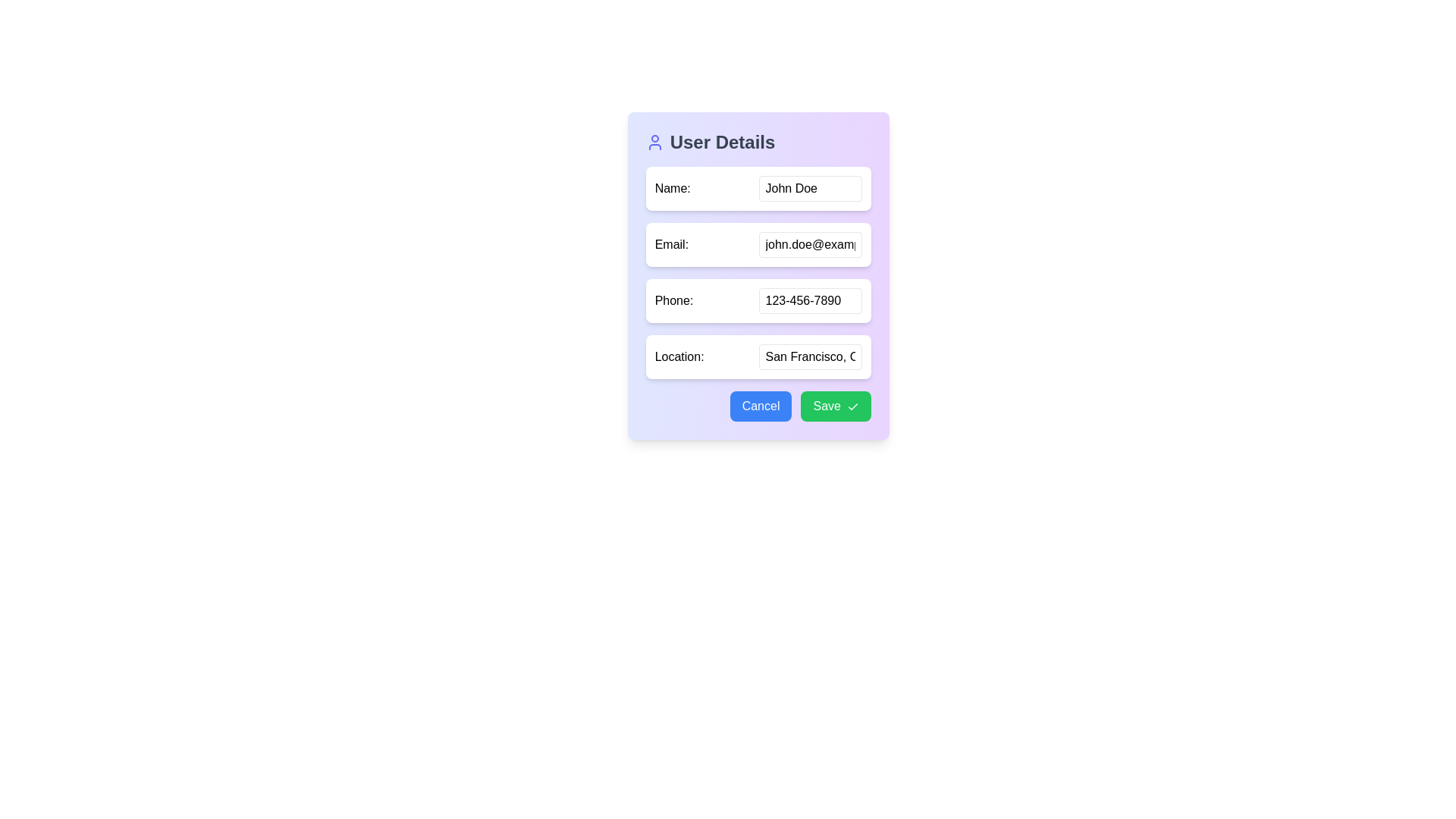  I want to click on the static text label element indicating the name input field, which is located to the left of the input field containing the text 'John Doe', so click(672, 188).